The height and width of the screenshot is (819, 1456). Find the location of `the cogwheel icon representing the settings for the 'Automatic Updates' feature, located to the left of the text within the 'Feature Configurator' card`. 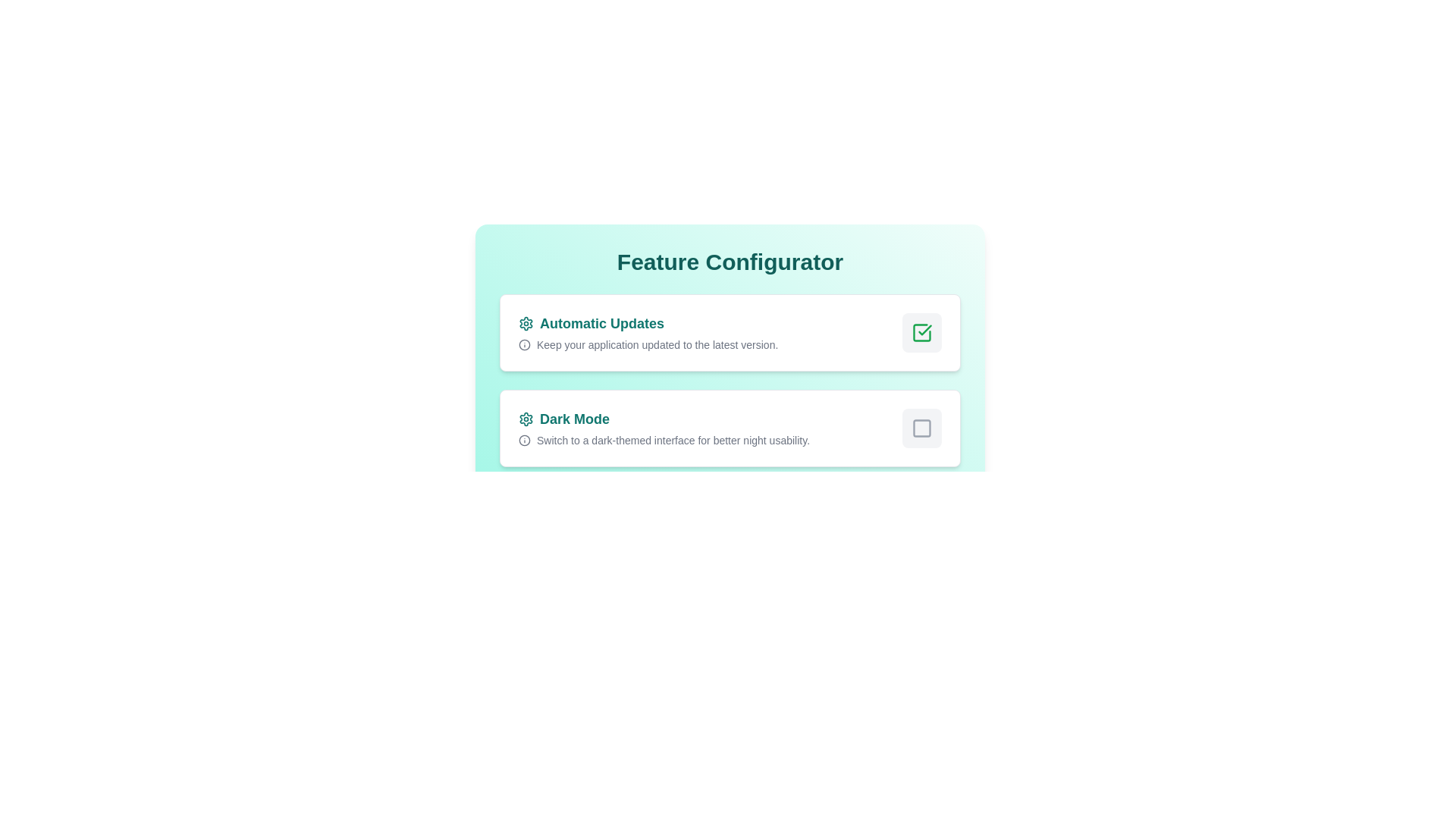

the cogwheel icon representing the settings for the 'Automatic Updates' feature, located to the left of the text within the 'Feature Configurator' card is located at coordinates (526, 323).